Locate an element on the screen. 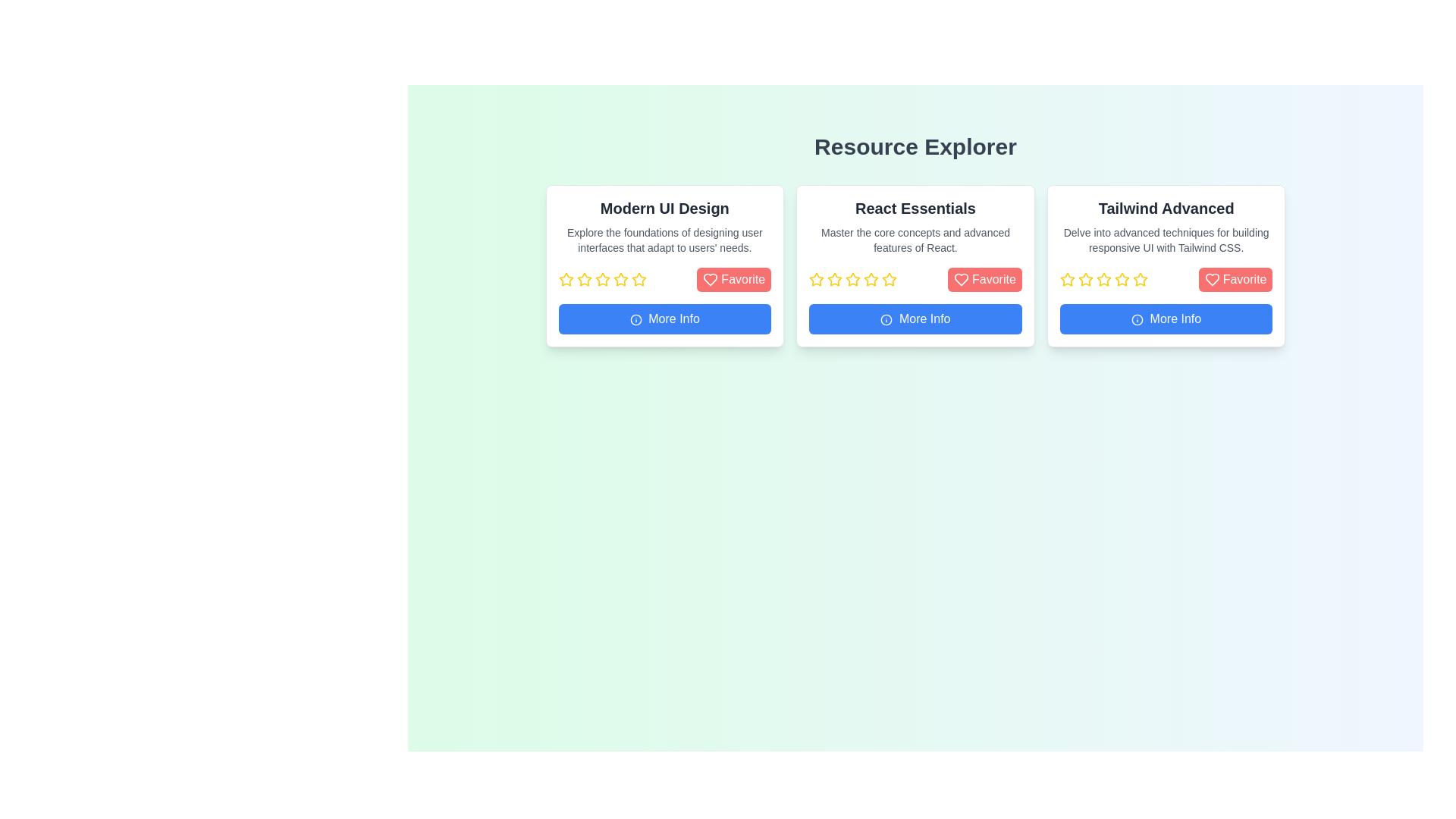 This screenshot has height=819, width=1456. the first rating star icon in the 'Modern UI Design' card to assign a score is located at coordinates (565, 280).